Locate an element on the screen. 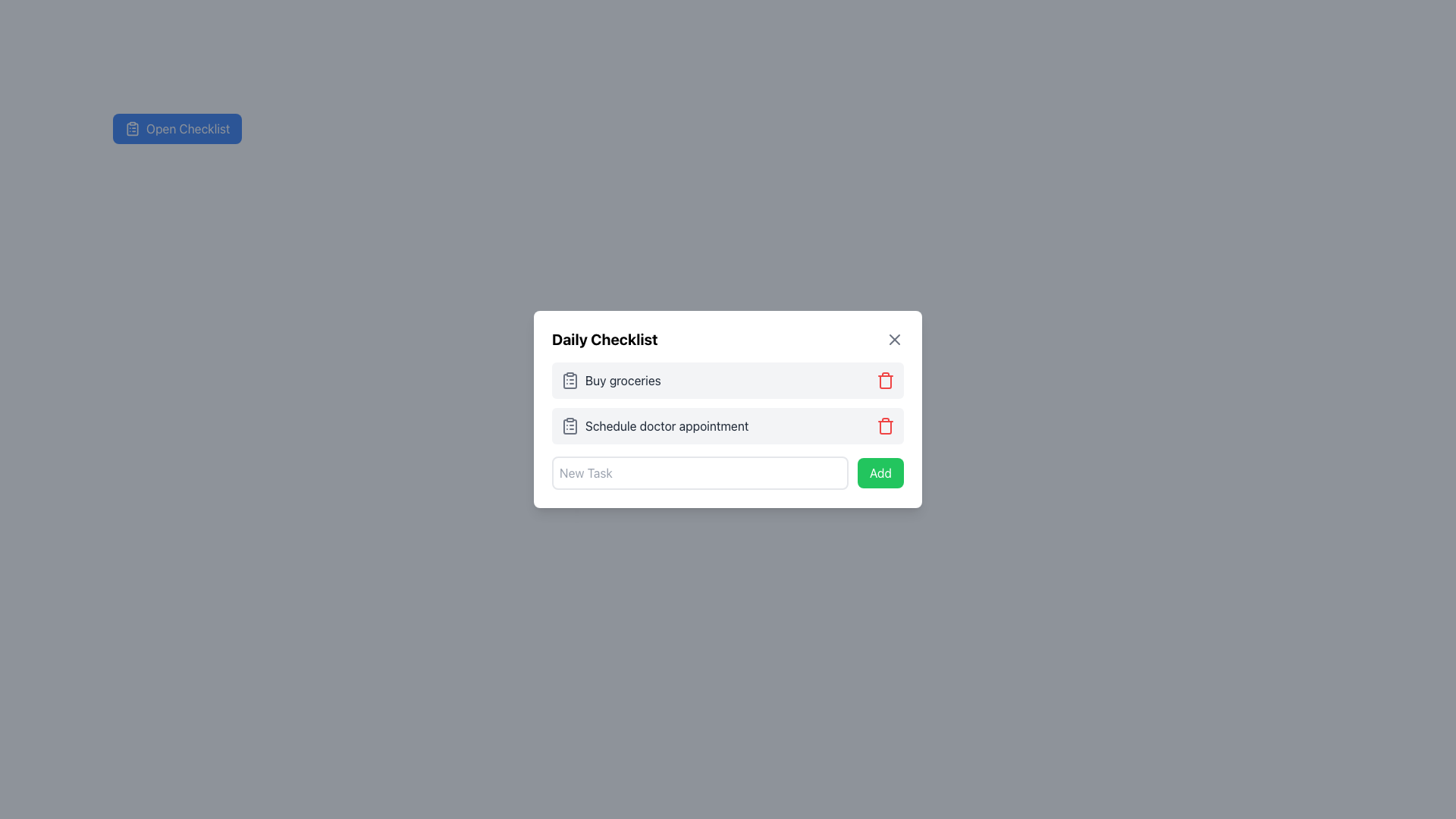 This screenshot has height=819, width=1456. the second task entry in the checklist to access further options for editing or deleting the task is located at coordinates (728, 426).